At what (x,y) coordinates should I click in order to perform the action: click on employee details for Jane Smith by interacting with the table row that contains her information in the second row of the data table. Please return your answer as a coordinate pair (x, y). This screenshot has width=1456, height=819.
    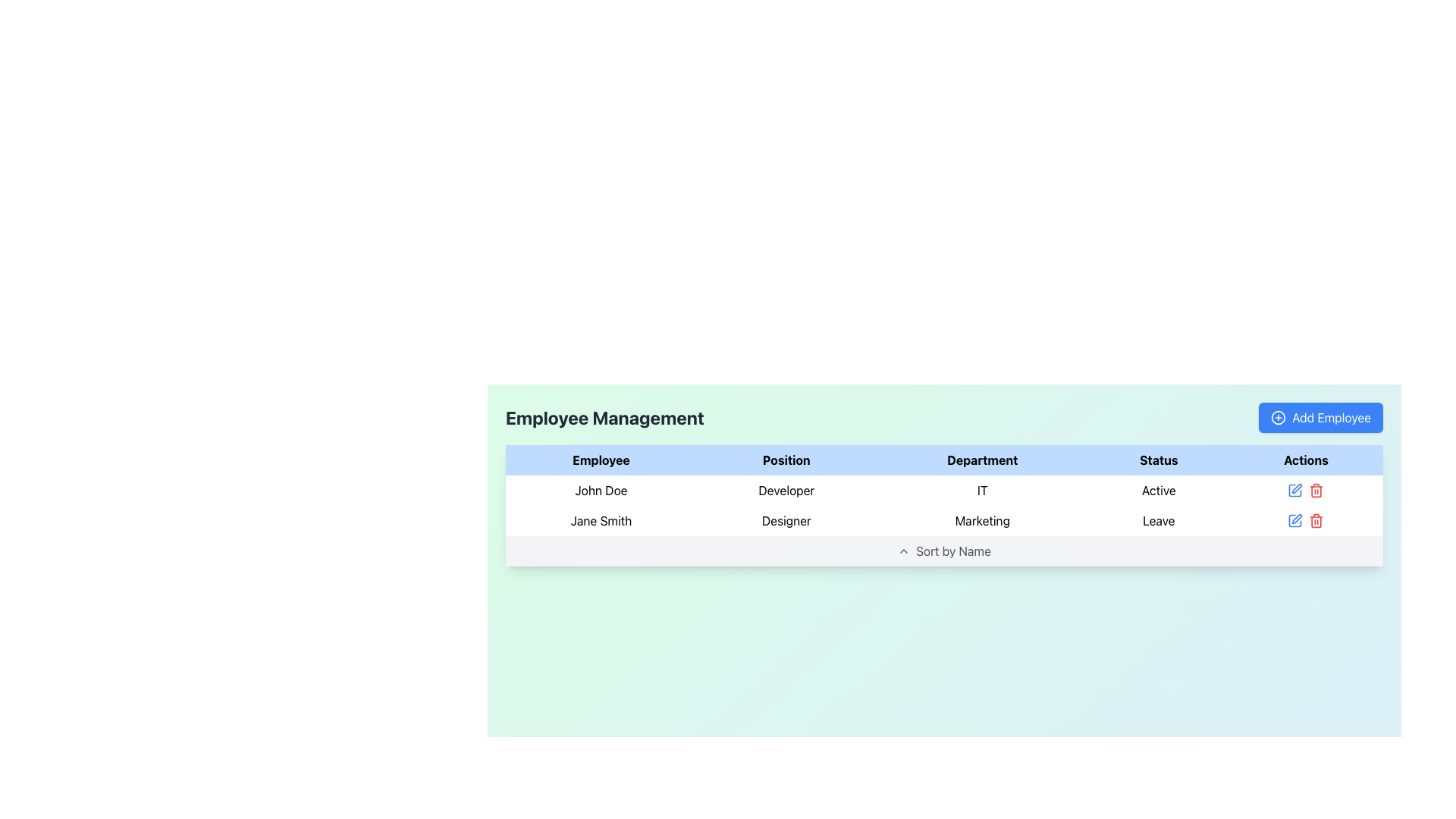
    Looking at the image, I should click on (943, 506).